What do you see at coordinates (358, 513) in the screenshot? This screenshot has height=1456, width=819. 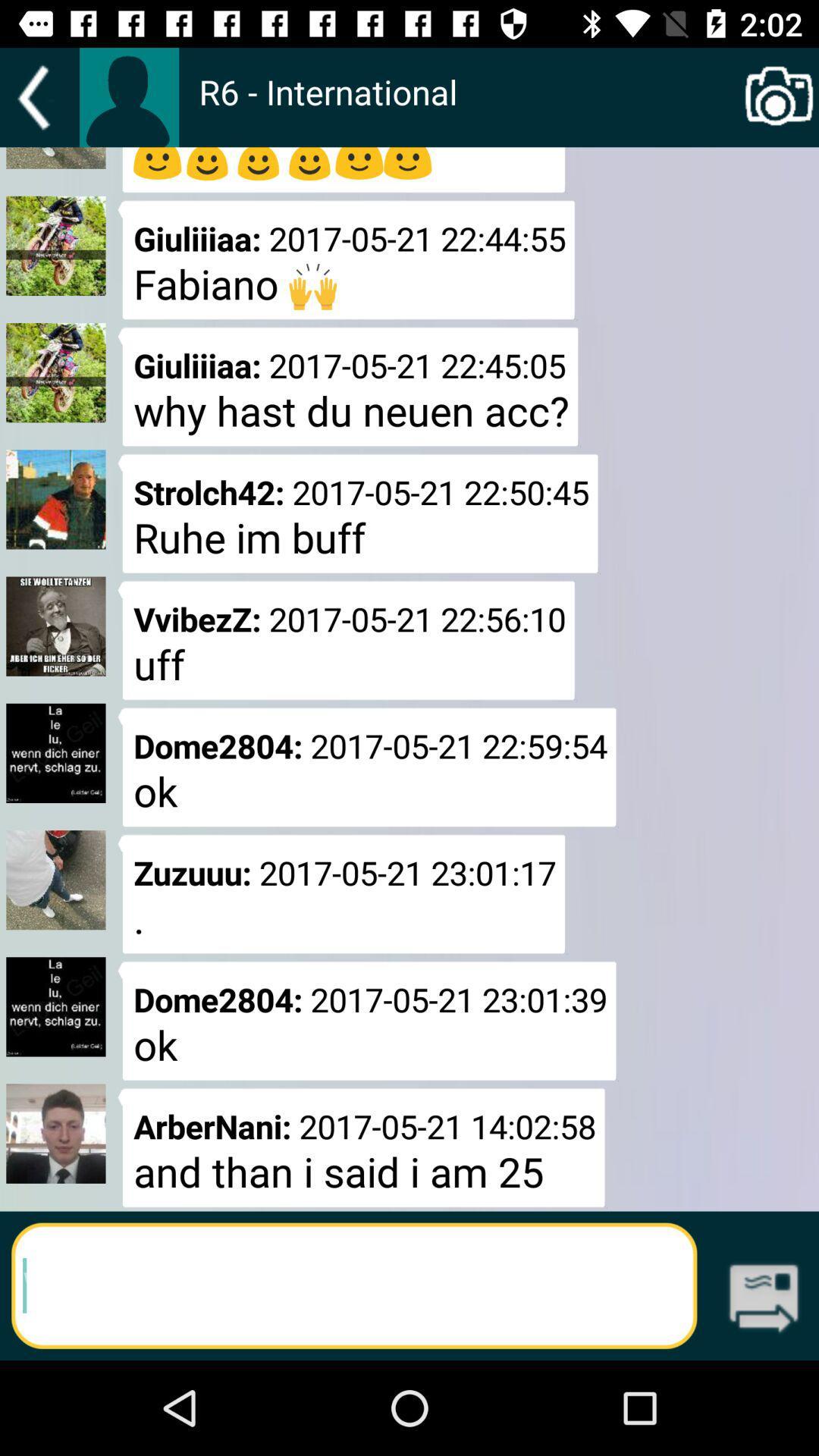 I see `strolch42 2017 05 icon` at bounding box center [358, 513].